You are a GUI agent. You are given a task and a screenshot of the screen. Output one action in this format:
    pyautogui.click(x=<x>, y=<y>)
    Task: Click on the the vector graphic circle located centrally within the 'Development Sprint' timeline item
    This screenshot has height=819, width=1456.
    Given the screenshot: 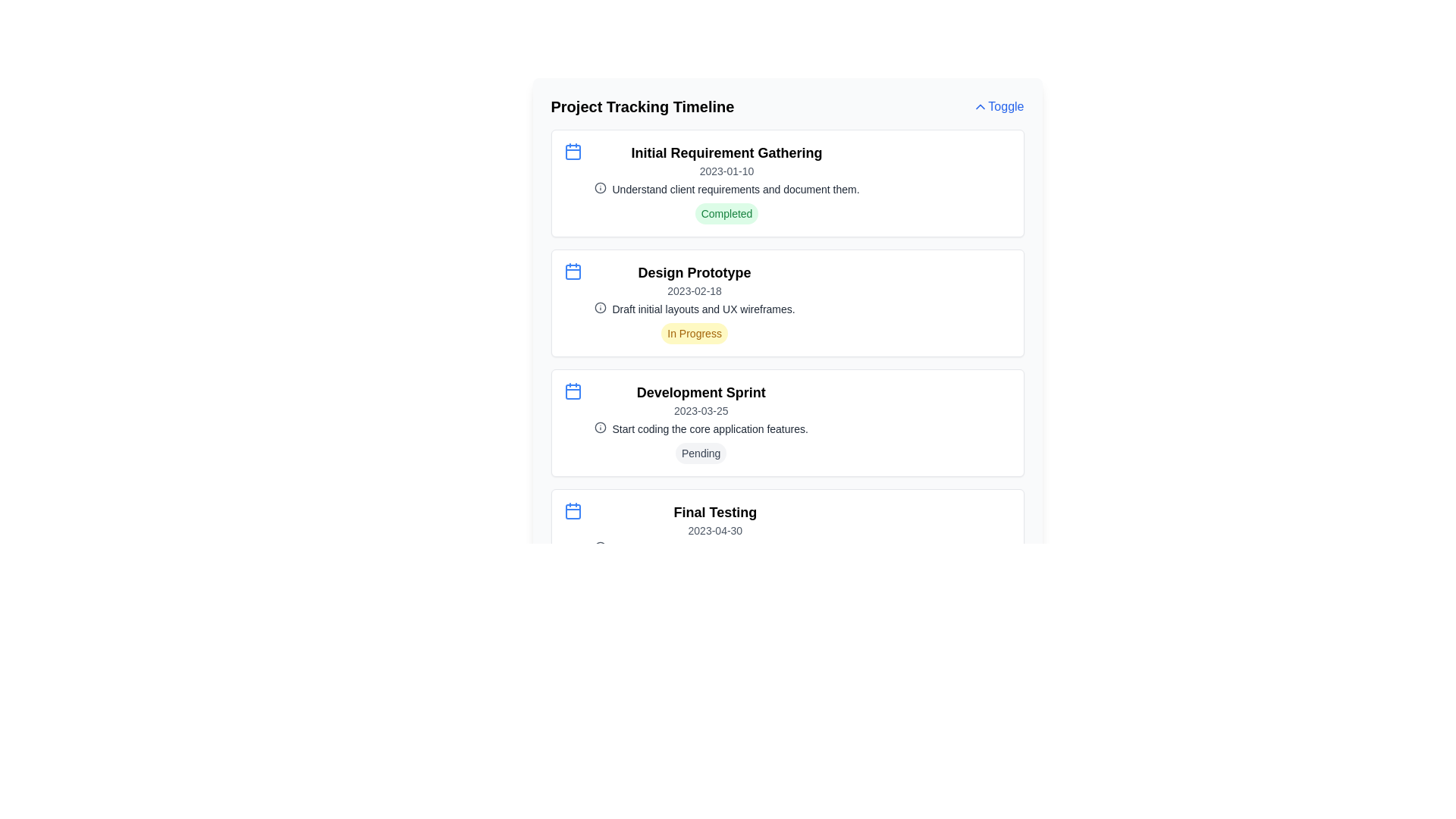 What is the action you would take?
    pyautogui.click(x=599, y=427)
    